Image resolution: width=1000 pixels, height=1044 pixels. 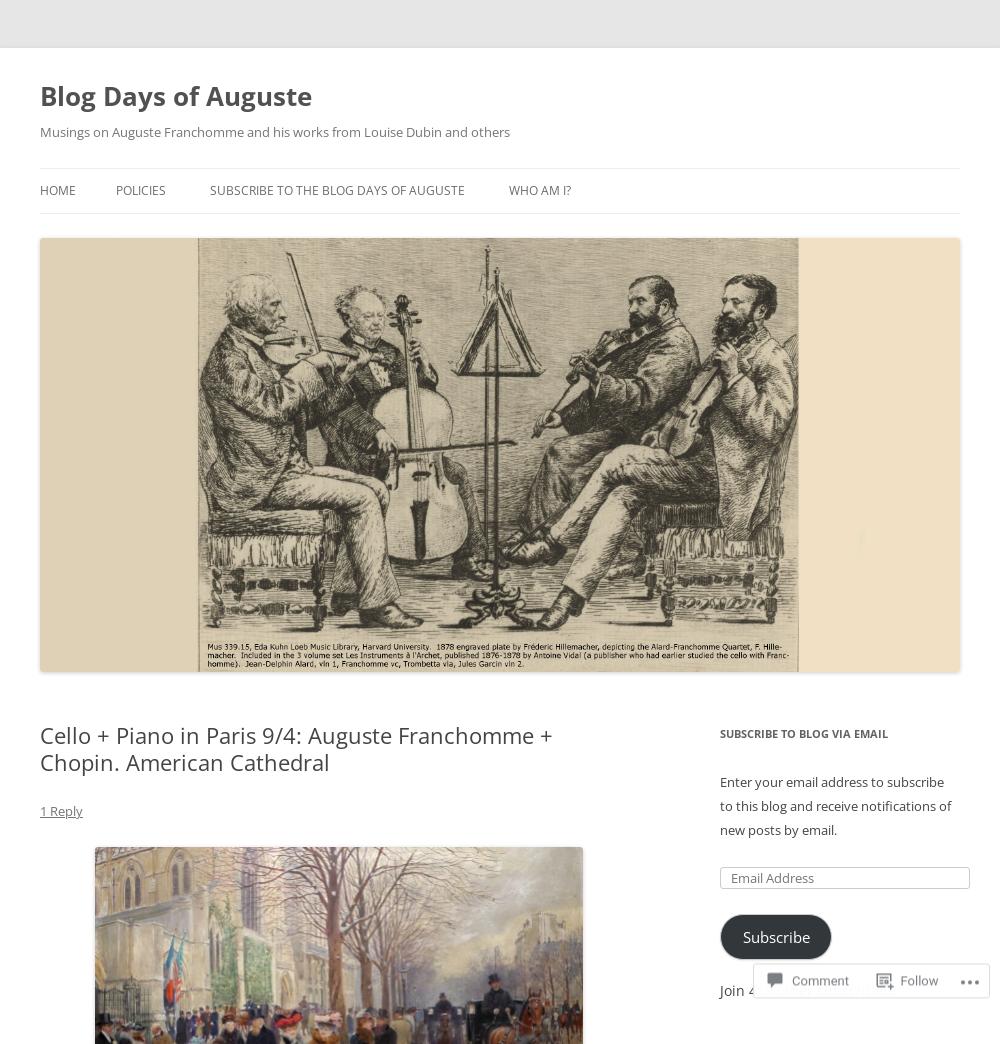 I want to click on 'Blog Days of Auguste', so click(x=176, y=96).